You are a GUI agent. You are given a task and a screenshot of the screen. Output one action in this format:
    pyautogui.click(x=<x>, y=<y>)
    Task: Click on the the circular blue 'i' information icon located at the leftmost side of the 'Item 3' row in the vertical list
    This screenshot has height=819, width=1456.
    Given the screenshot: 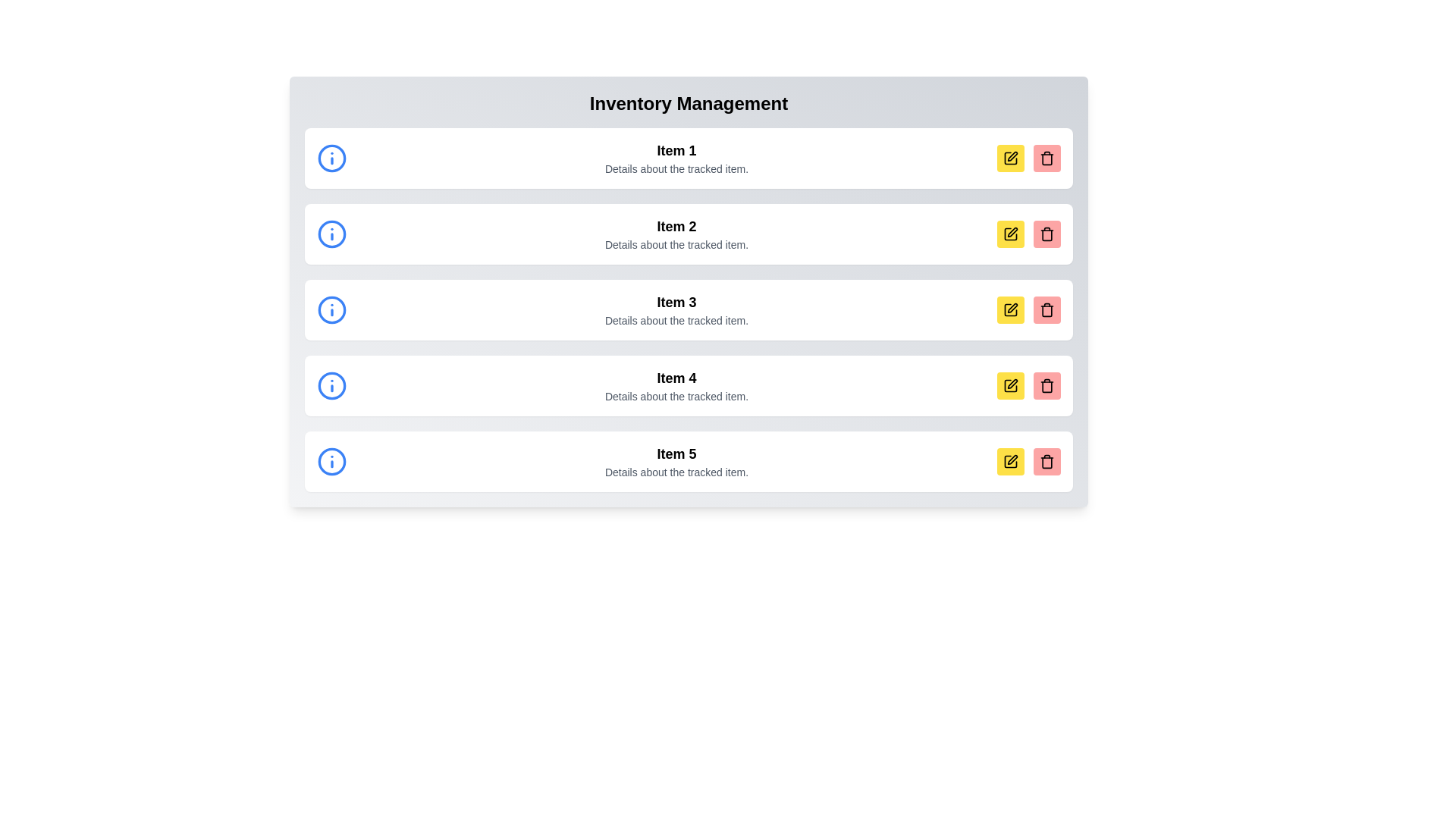 What is the action you would take?
    pyautogui.click(x=331, y=309)
    